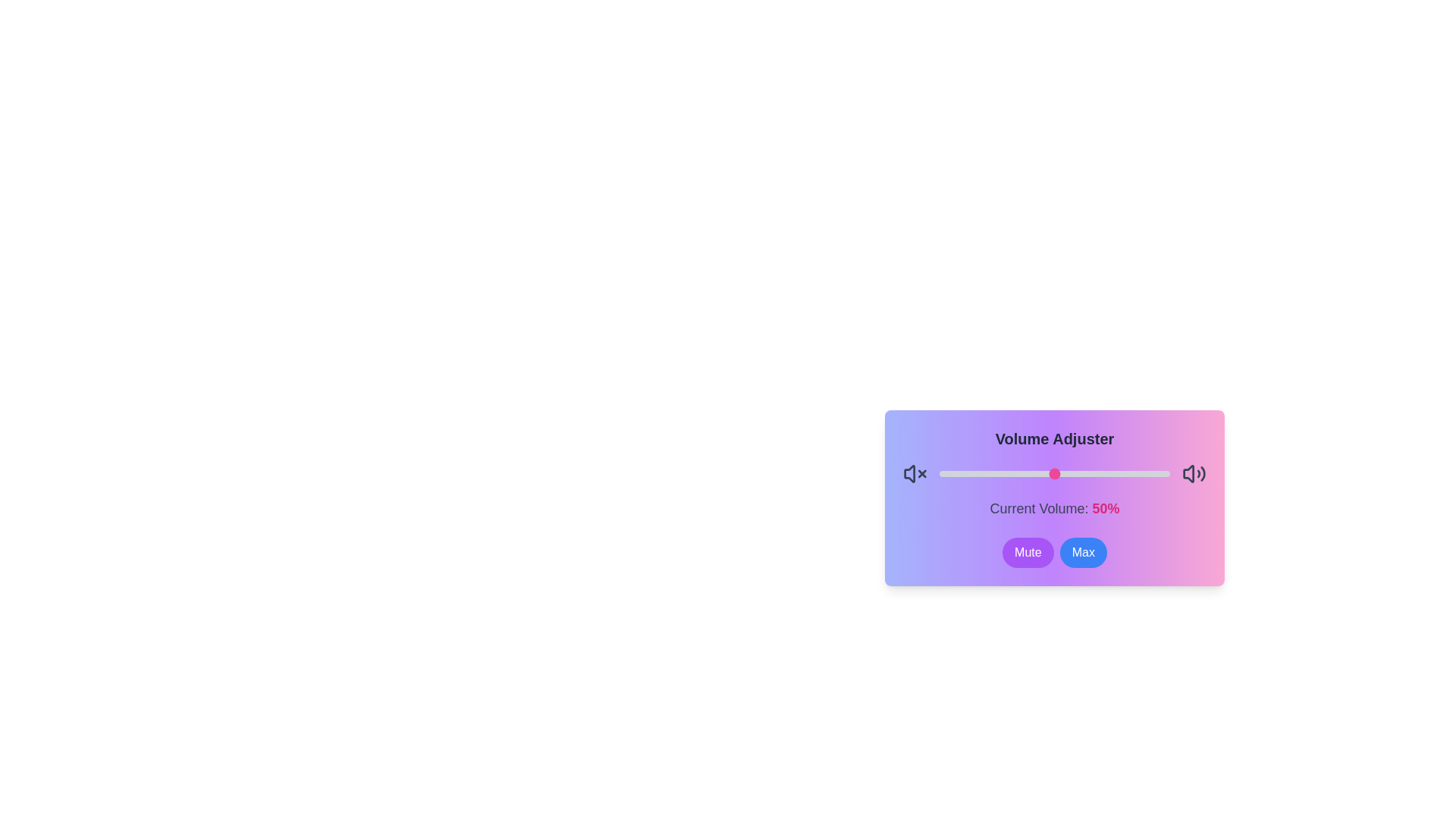  Describe the element at coordinates (1164, 472) in the screenshot. I see `the volume to 98 percent by dragging the slider` at that location.